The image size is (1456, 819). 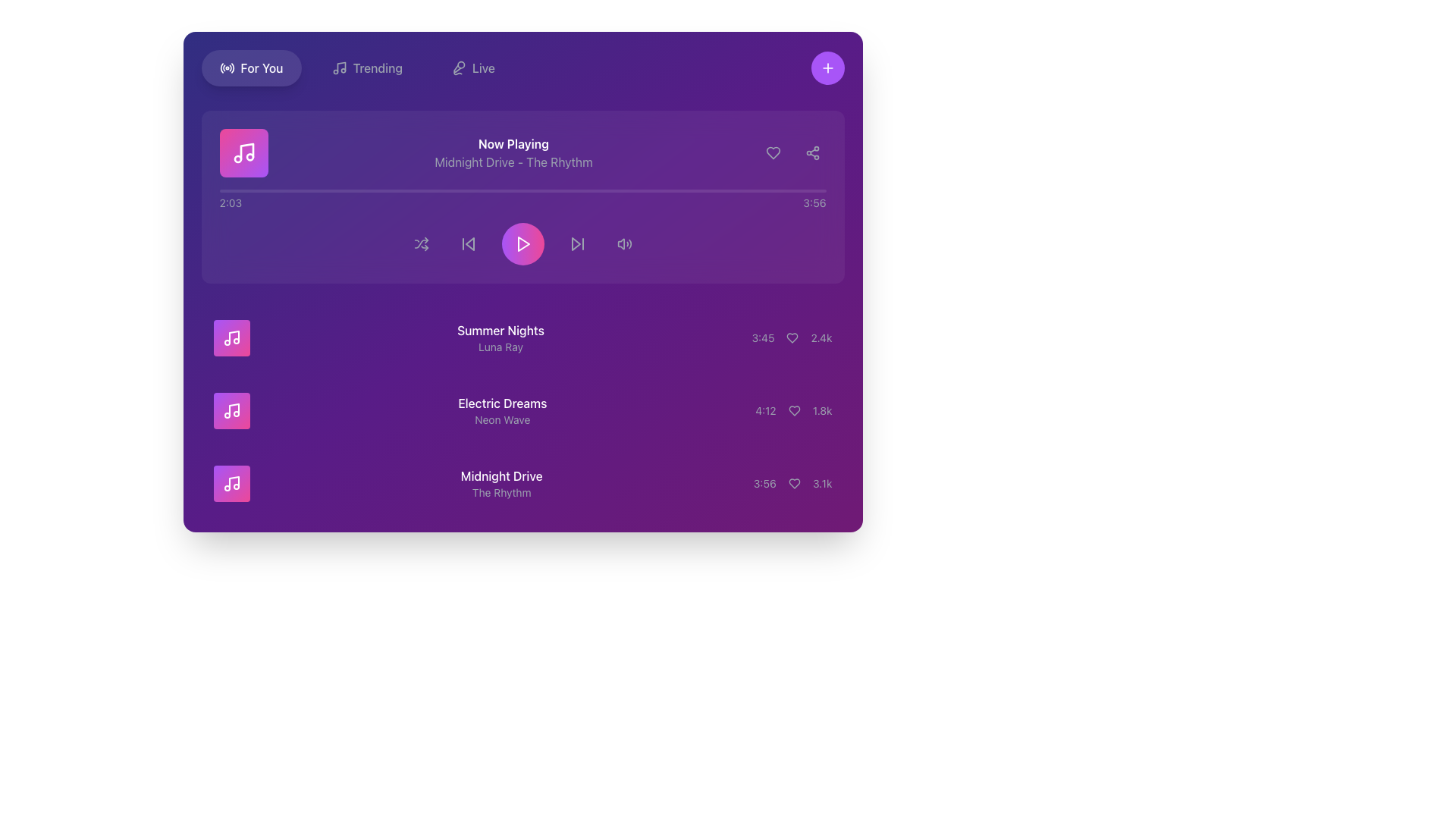 I want to click on the speaker icon button at the bottom-right of the 'Now Playing' section, so click(x=624, y=243).